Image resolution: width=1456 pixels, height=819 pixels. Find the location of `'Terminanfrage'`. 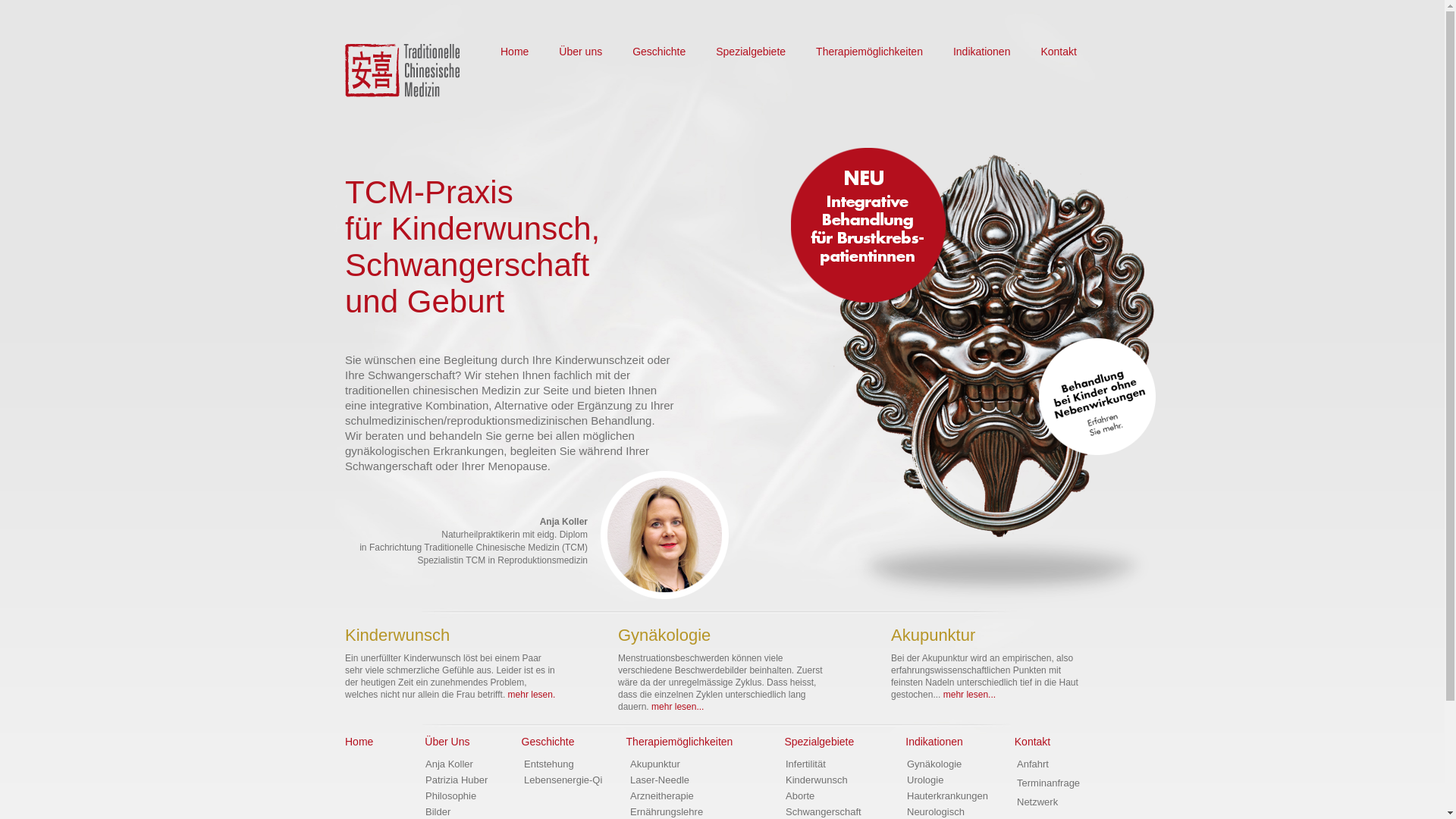

'Terminanfrage' is located at coordinates (1047, 783).